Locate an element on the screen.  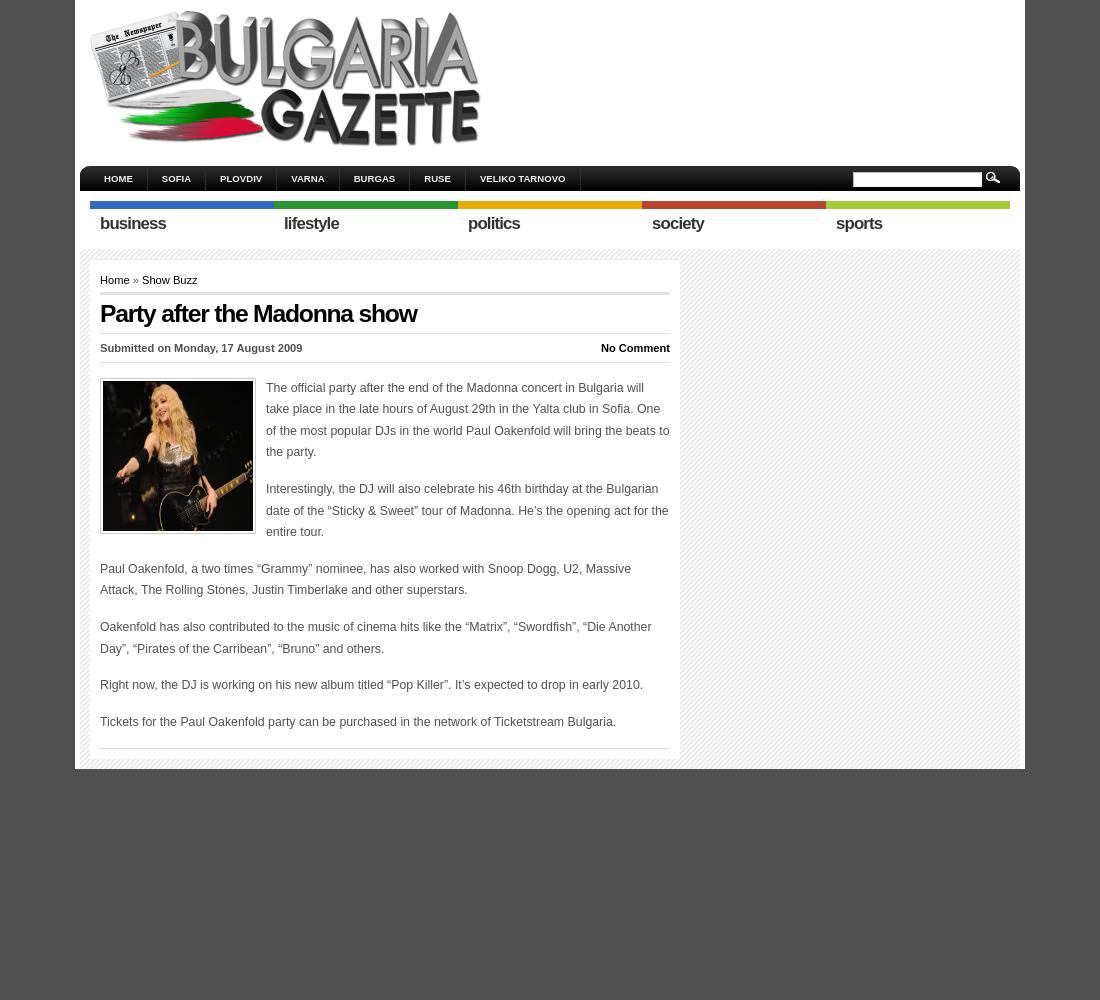
'Varna' is located at coordinates (306, 178).